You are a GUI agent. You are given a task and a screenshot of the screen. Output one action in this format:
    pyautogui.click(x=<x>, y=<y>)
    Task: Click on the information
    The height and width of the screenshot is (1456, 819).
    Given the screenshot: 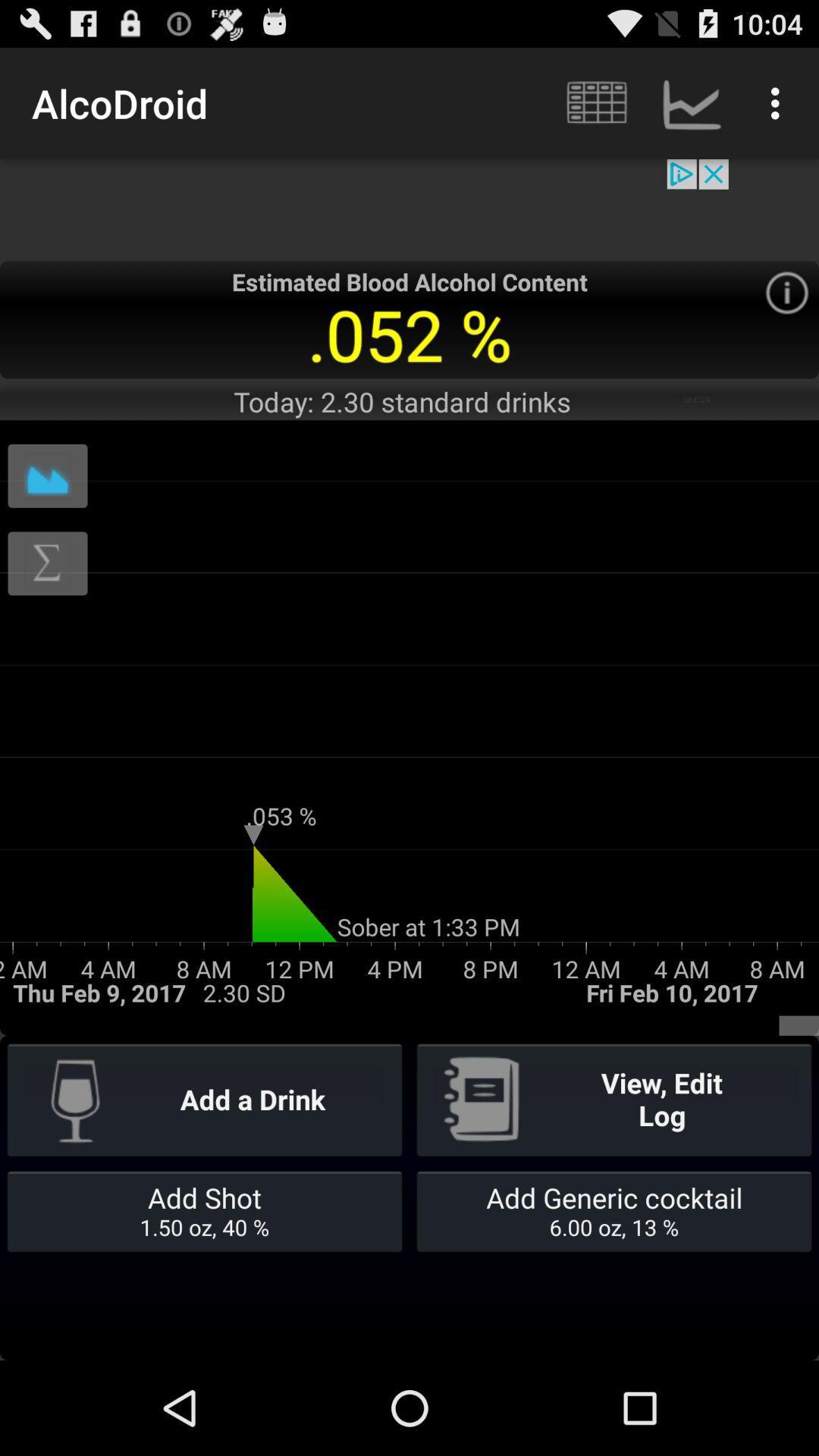 What is the action you would take?
    pyautogui.click(x=786, y=293)
    